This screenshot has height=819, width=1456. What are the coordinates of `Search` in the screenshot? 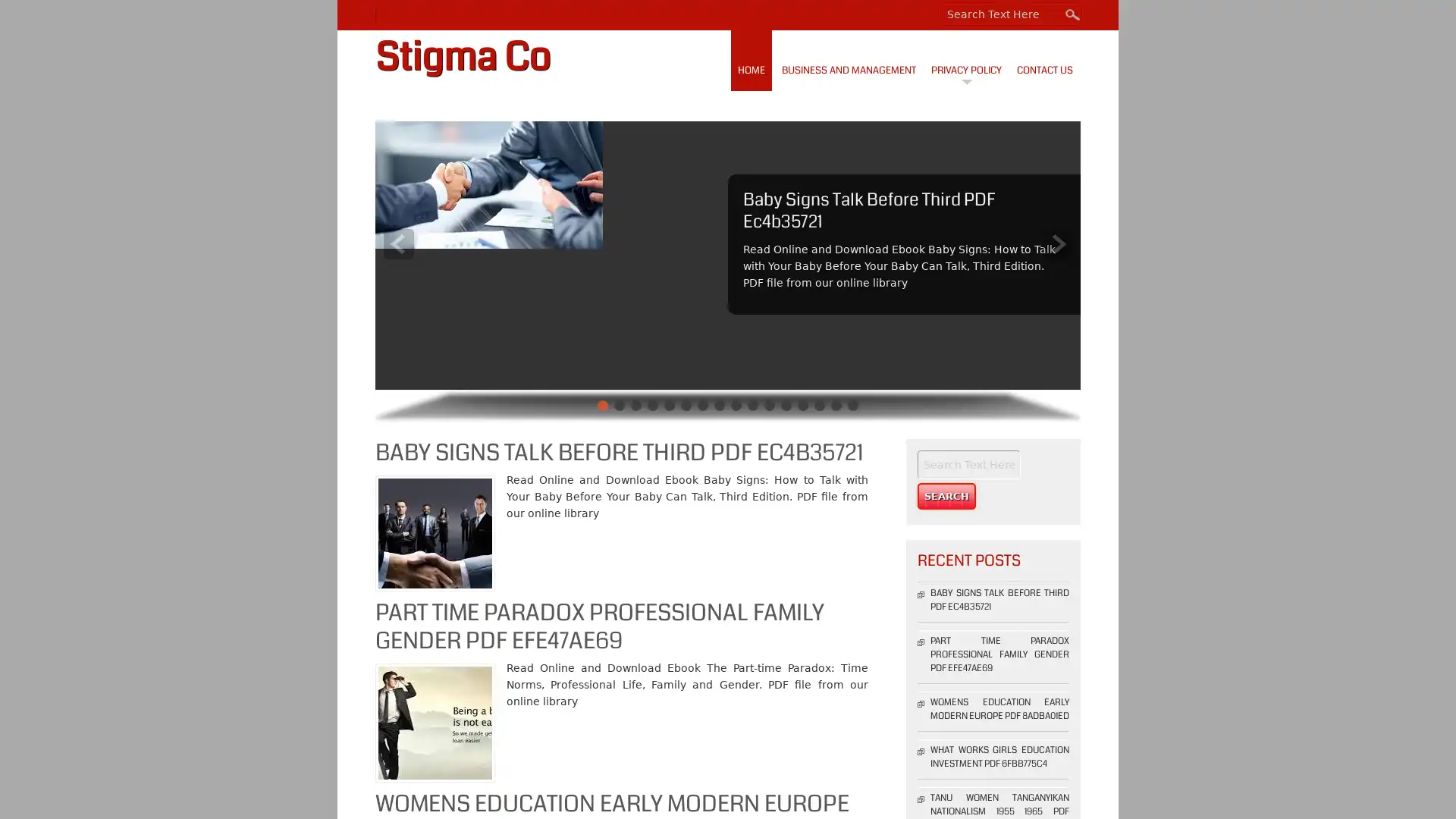 It's located at (946, 496).